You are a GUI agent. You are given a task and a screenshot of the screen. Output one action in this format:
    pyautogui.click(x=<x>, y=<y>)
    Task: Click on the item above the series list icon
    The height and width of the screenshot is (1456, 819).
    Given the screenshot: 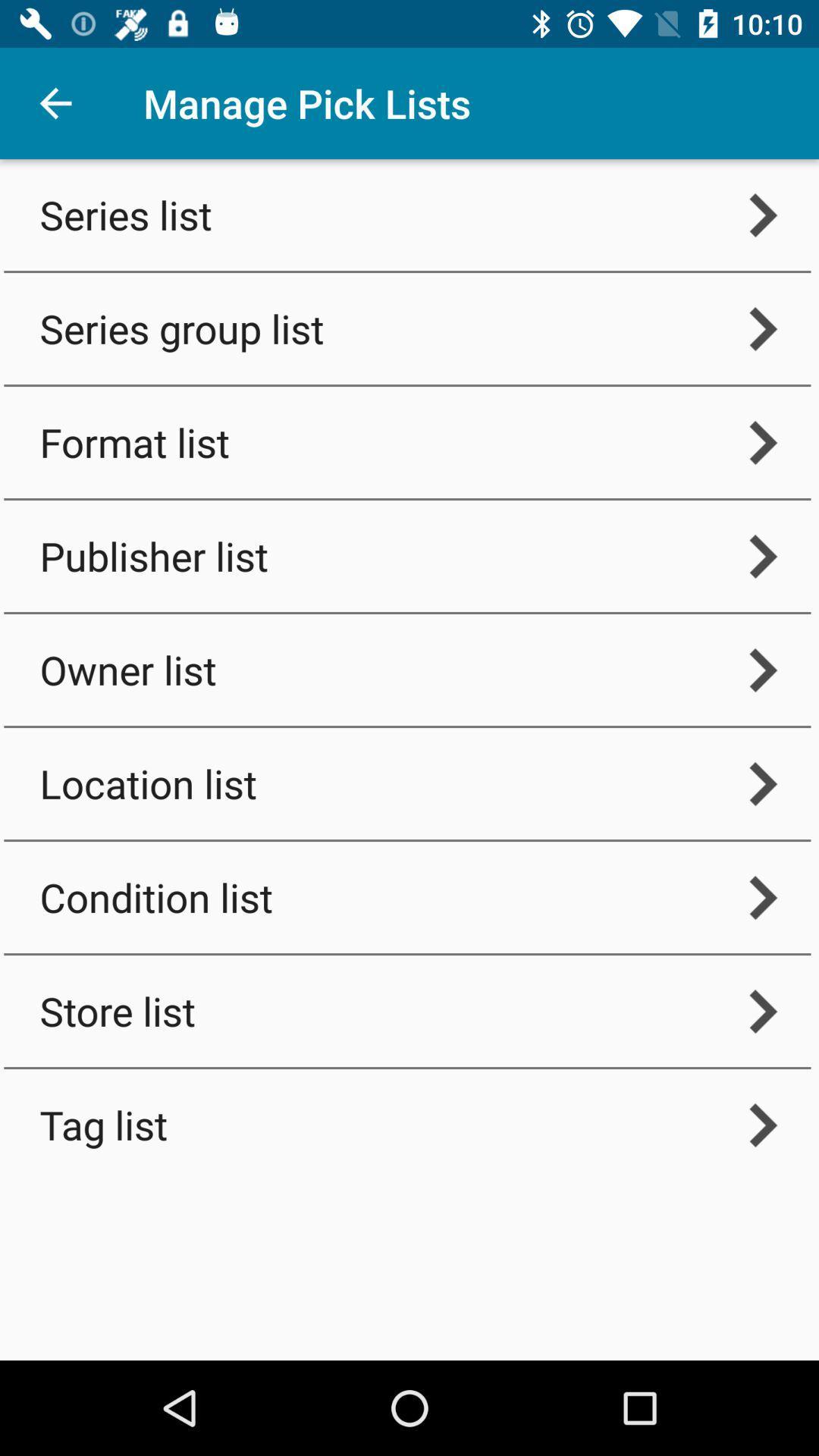 What is the action you would take?
    pyautogui.click(x=55, y=102)
    